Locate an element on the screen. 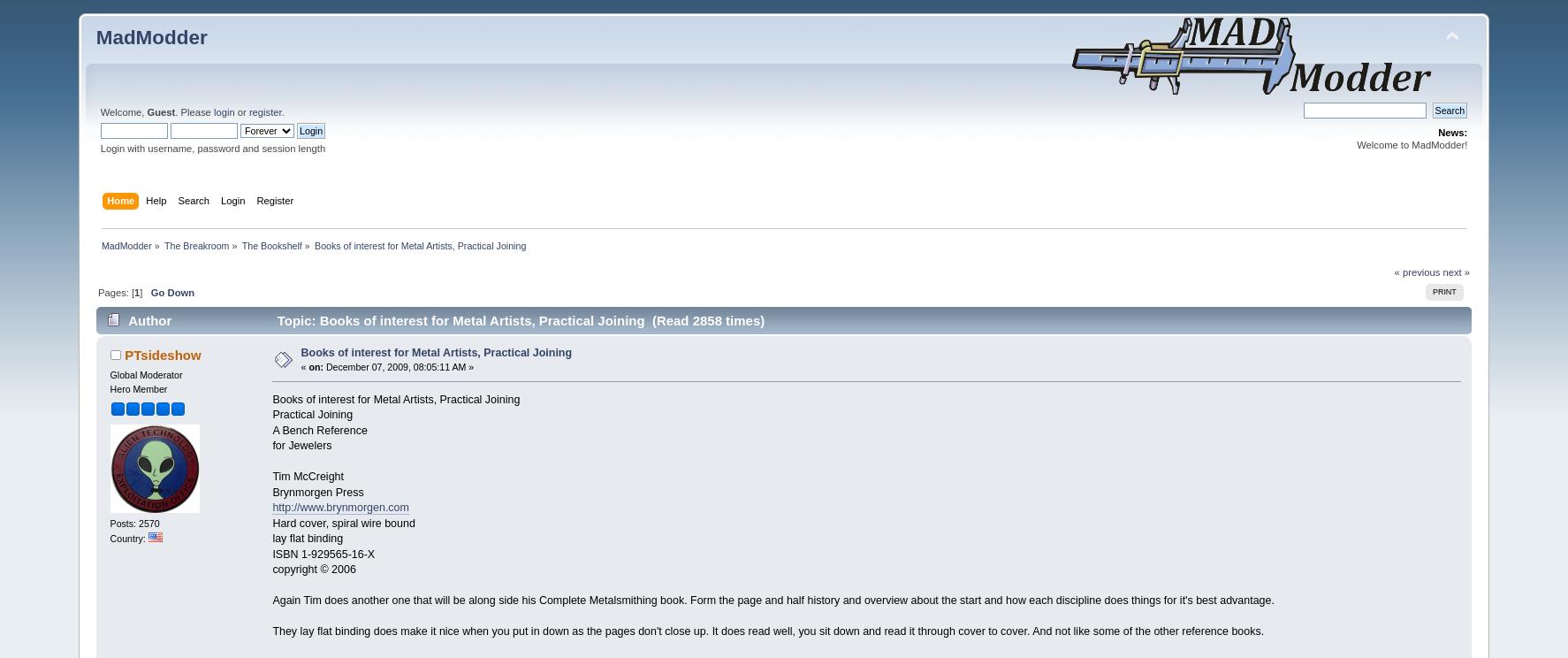 The image size is (1568, 658). 'Global Moderator' is located at coordinates (145, 372).